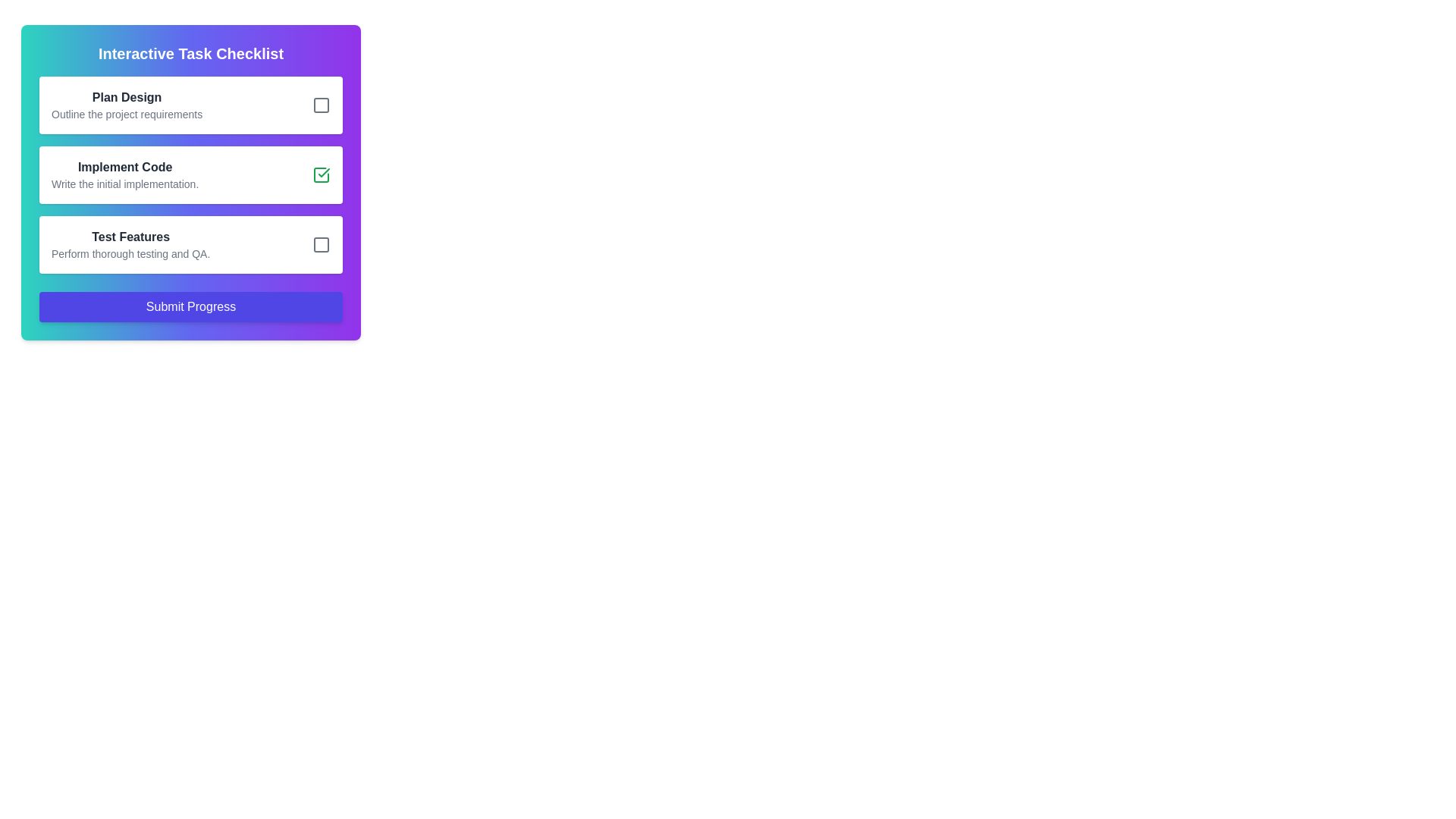 The image size is (1456, 819). I want to click on the static text block displaying 'Perform thorough testing and QA.' located below the 'Test Features' heading in the third content section of the interactive checklist, so click(130, 253).